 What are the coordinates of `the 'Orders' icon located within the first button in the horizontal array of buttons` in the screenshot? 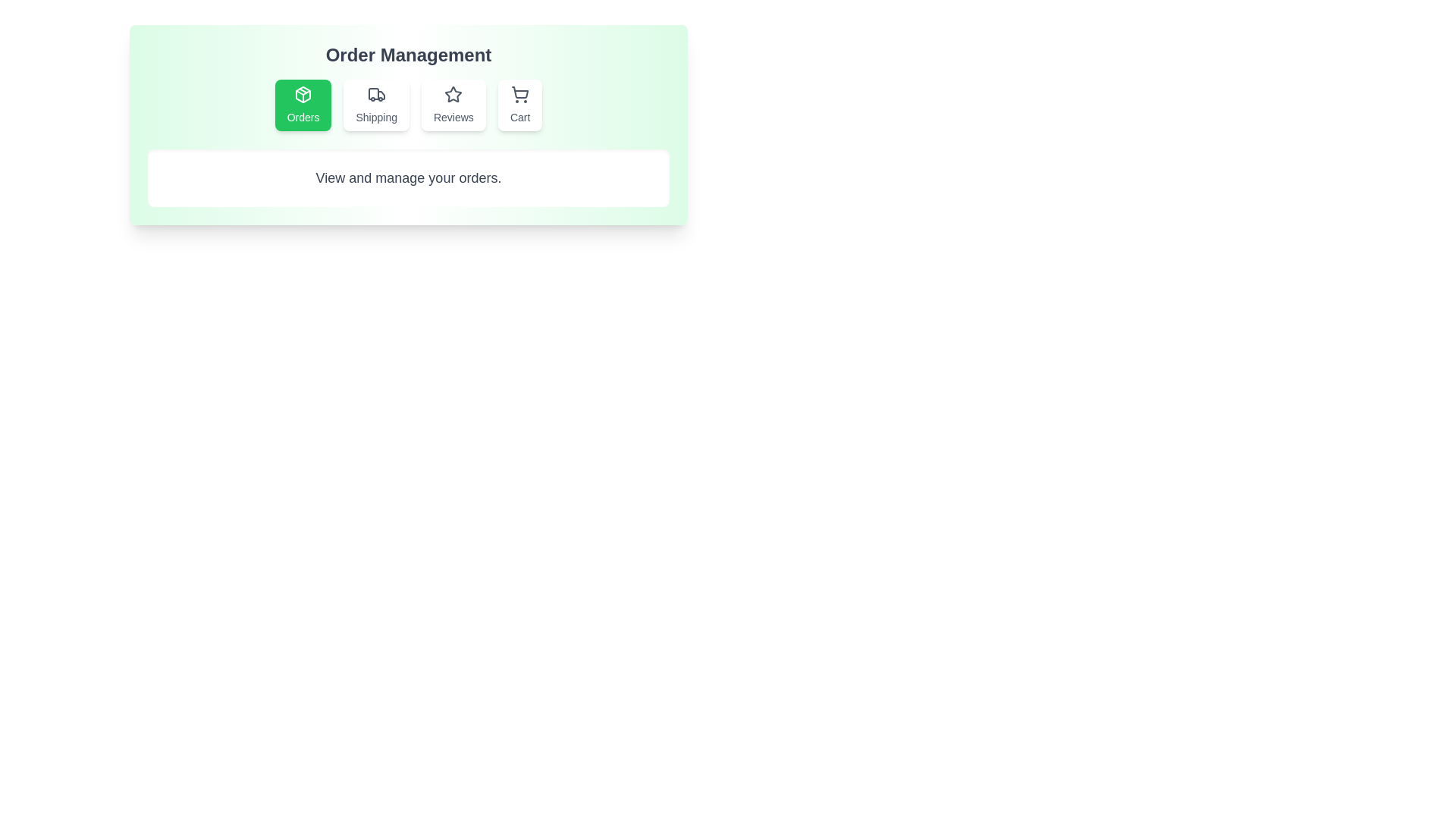 It's located at (303, 94).